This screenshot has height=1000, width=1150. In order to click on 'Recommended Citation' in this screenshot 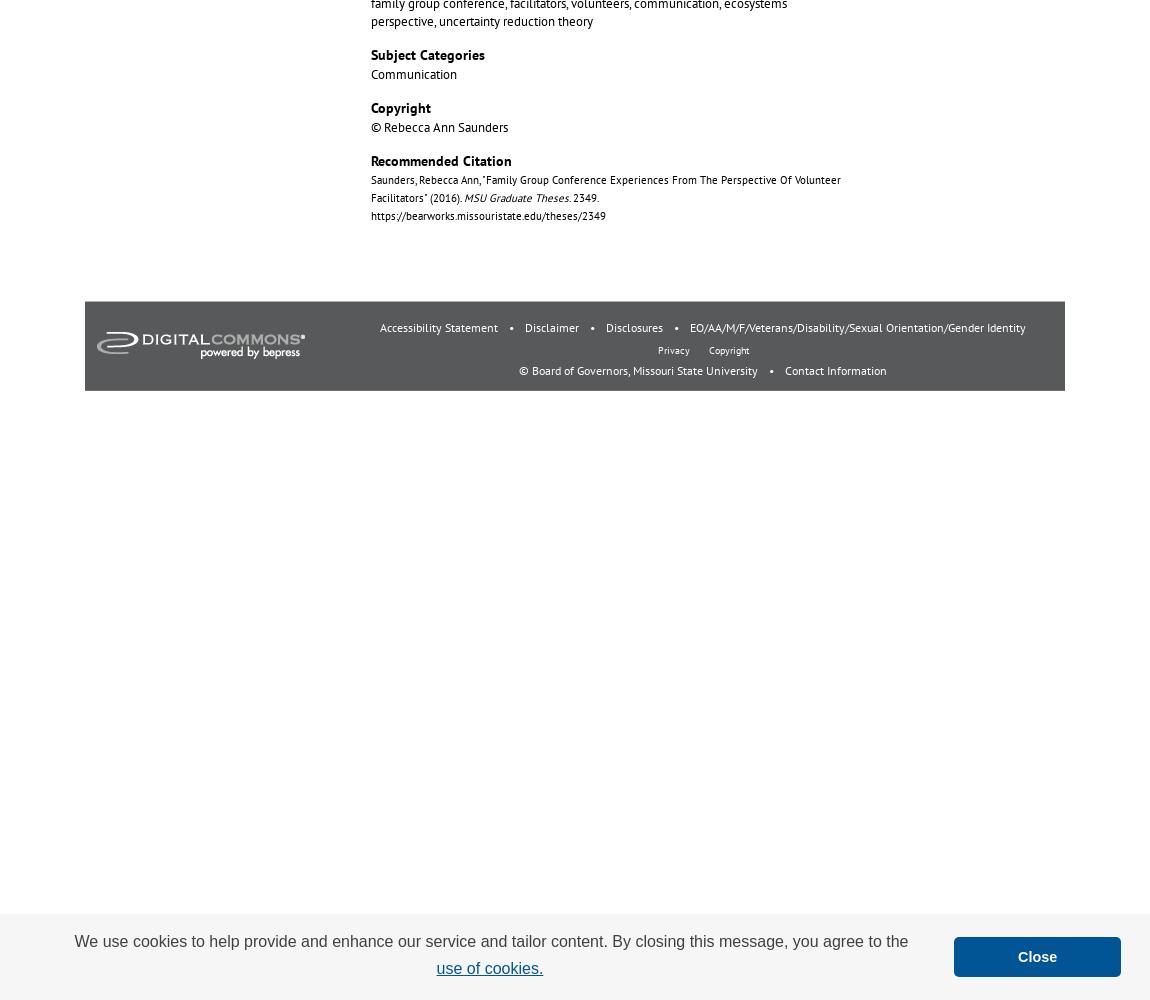, I will do `click(370, 160)`.